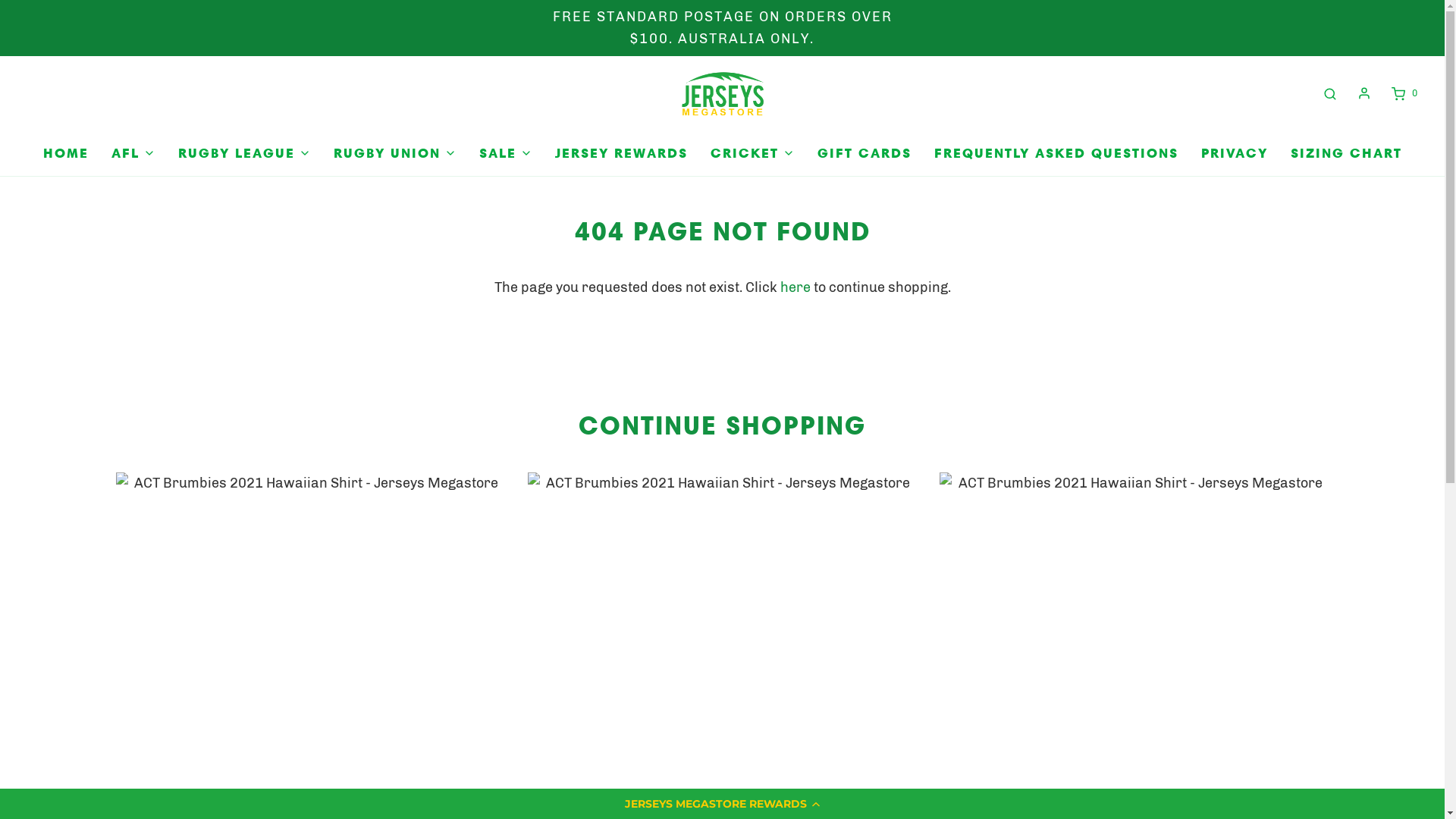  Describe the element at coordinates (243, 153) in the screenshot. I see `'RUGBY LEAGUE'` at that location.